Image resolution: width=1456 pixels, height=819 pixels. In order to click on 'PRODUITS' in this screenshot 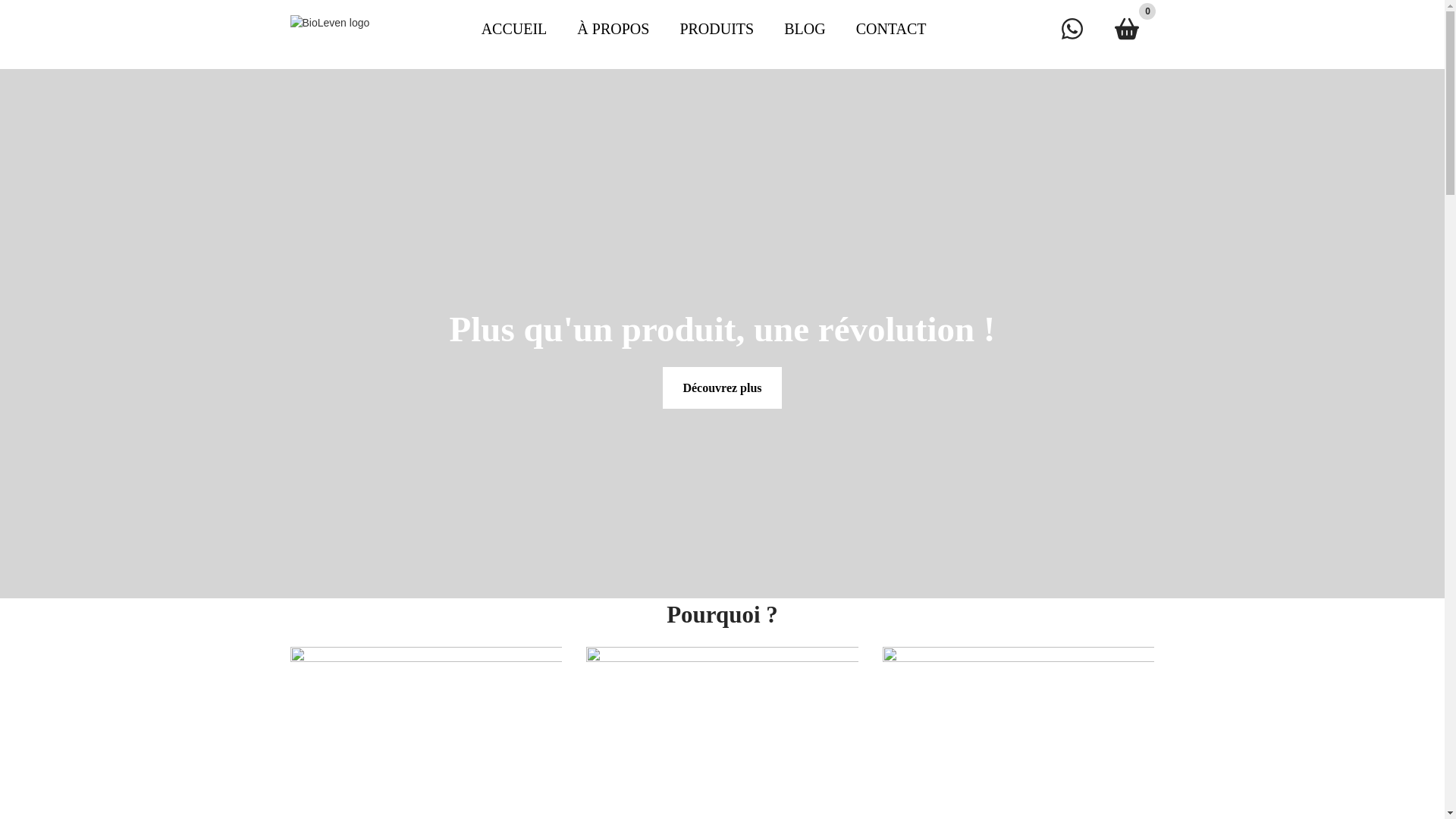, I will do `click(664, 29)`.